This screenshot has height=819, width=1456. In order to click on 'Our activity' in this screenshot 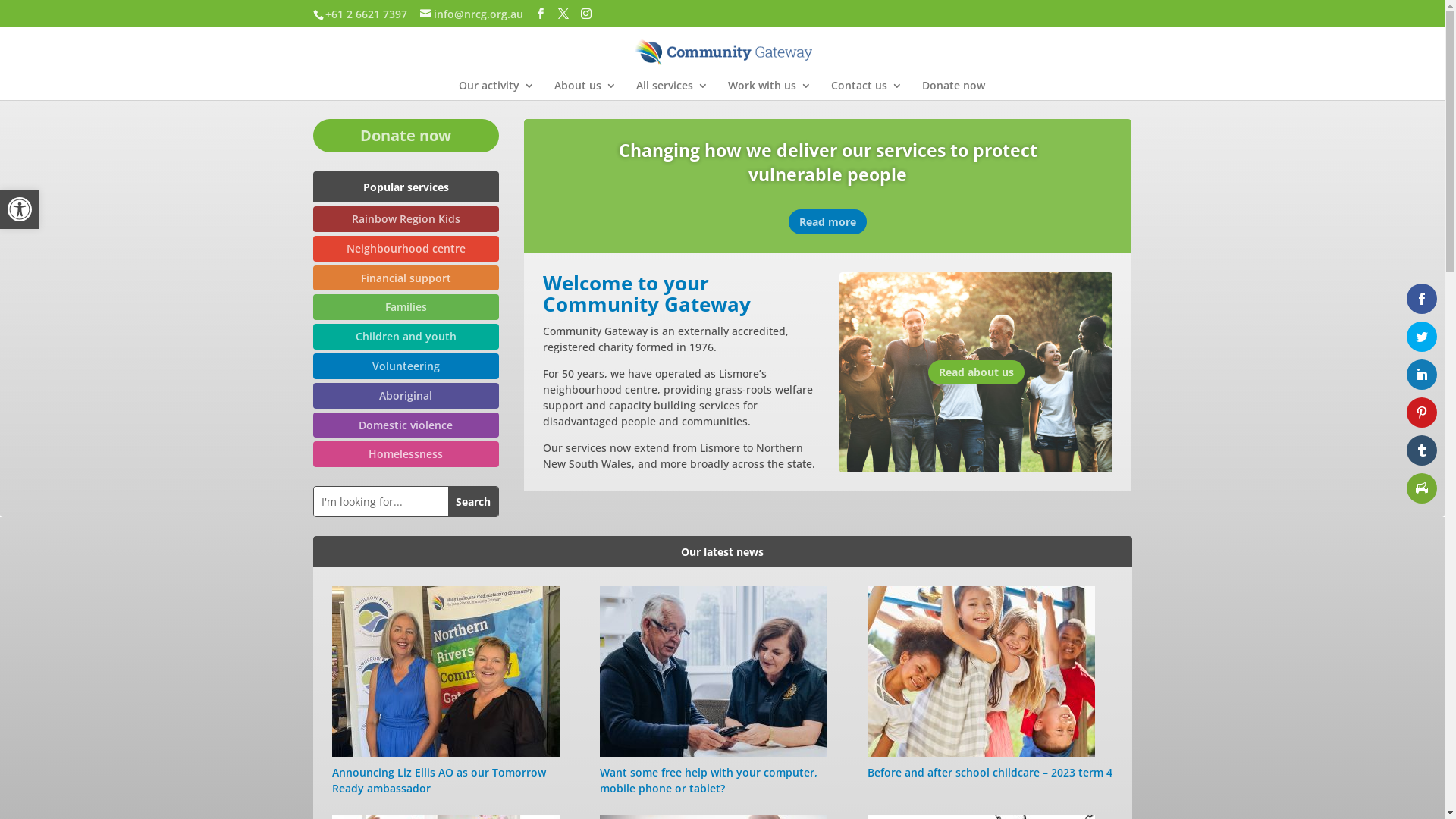, I will do `click(495, 90)`.